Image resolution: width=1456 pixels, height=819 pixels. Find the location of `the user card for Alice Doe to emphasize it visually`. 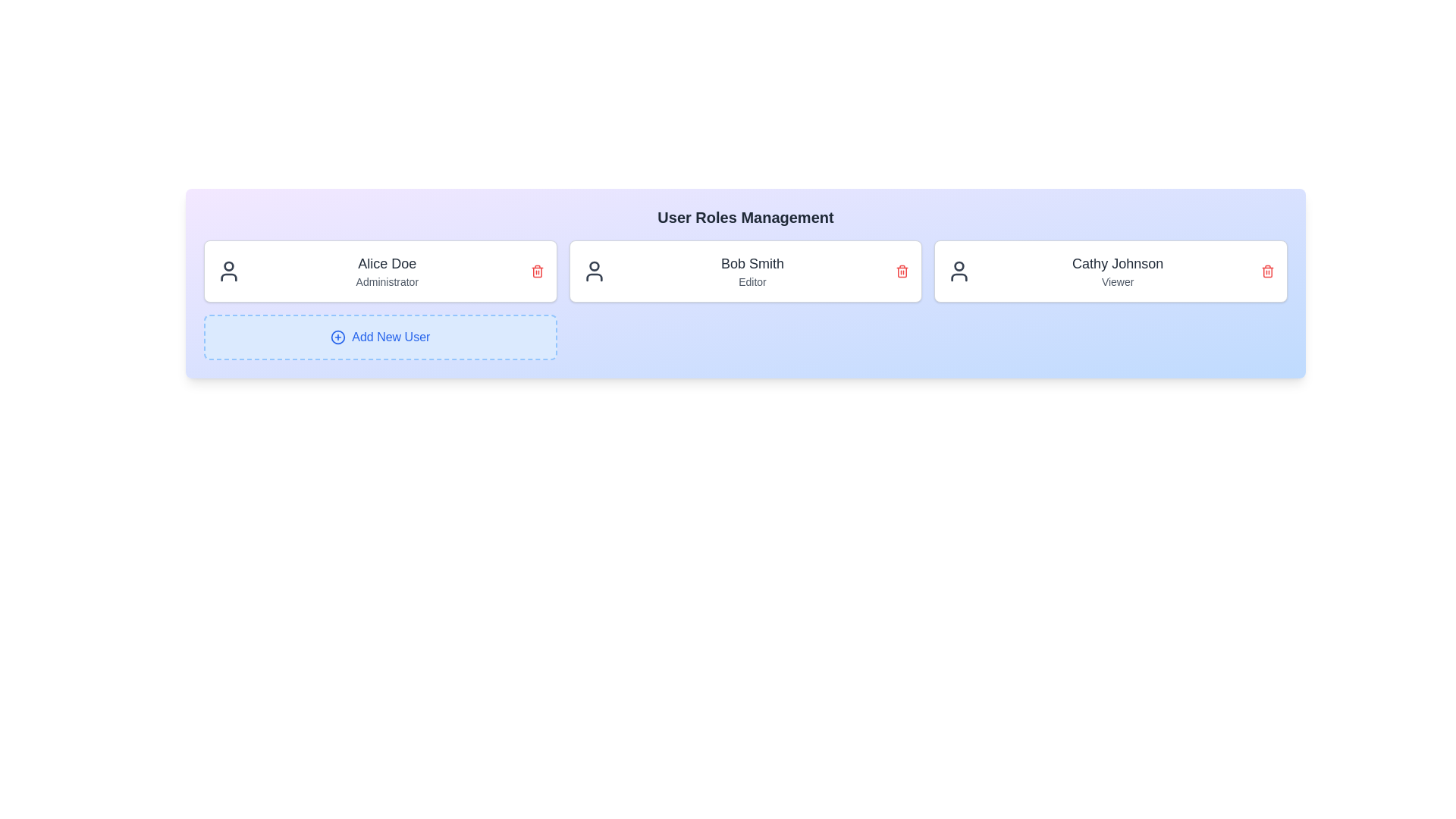

the user card for Alice Doe to emphasize it visually is located at coordinates (380, 271).